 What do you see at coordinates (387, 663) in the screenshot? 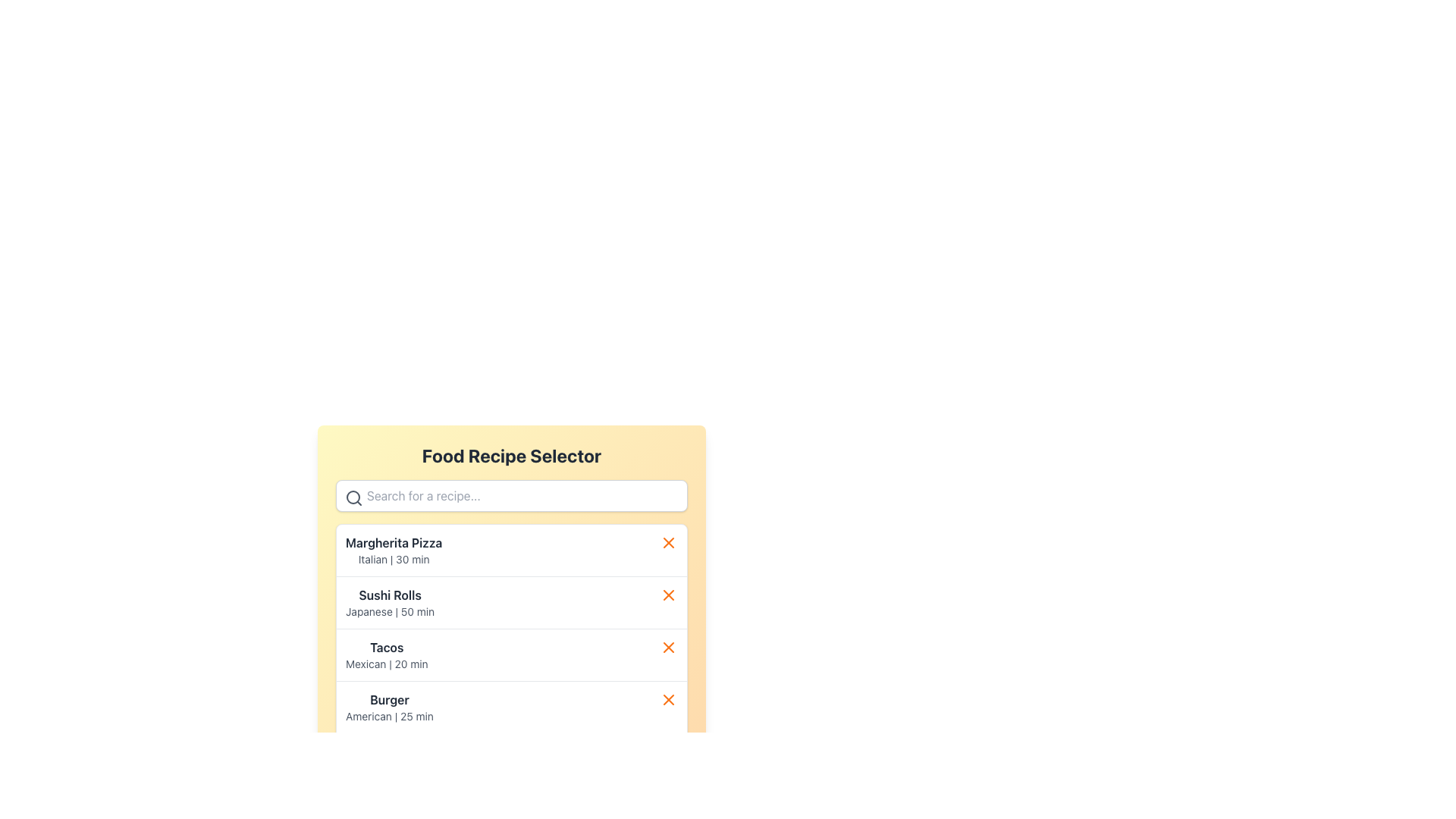
I see `the Text label providing additional information about the recipe titled 'Tacos', located in the third entry of the vertically organized list under 'Food Recipe Selector'` at bounding box center [387, 663].